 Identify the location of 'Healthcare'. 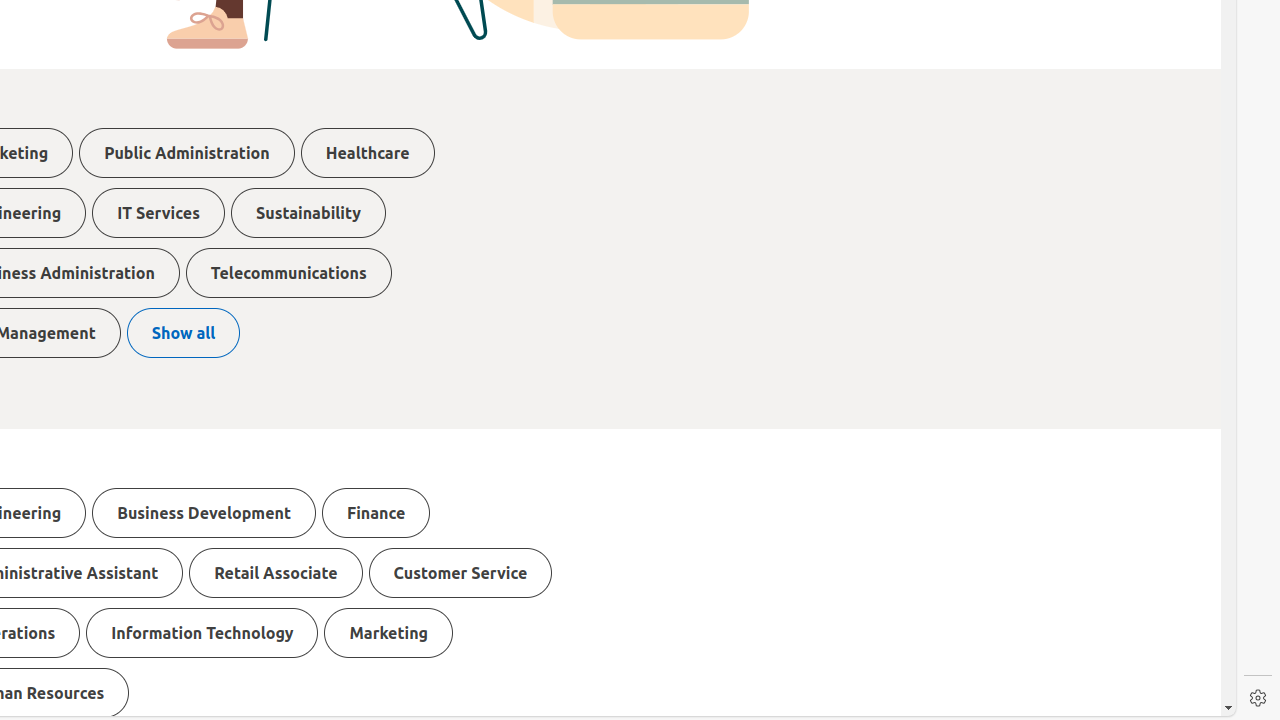
(367, 152).